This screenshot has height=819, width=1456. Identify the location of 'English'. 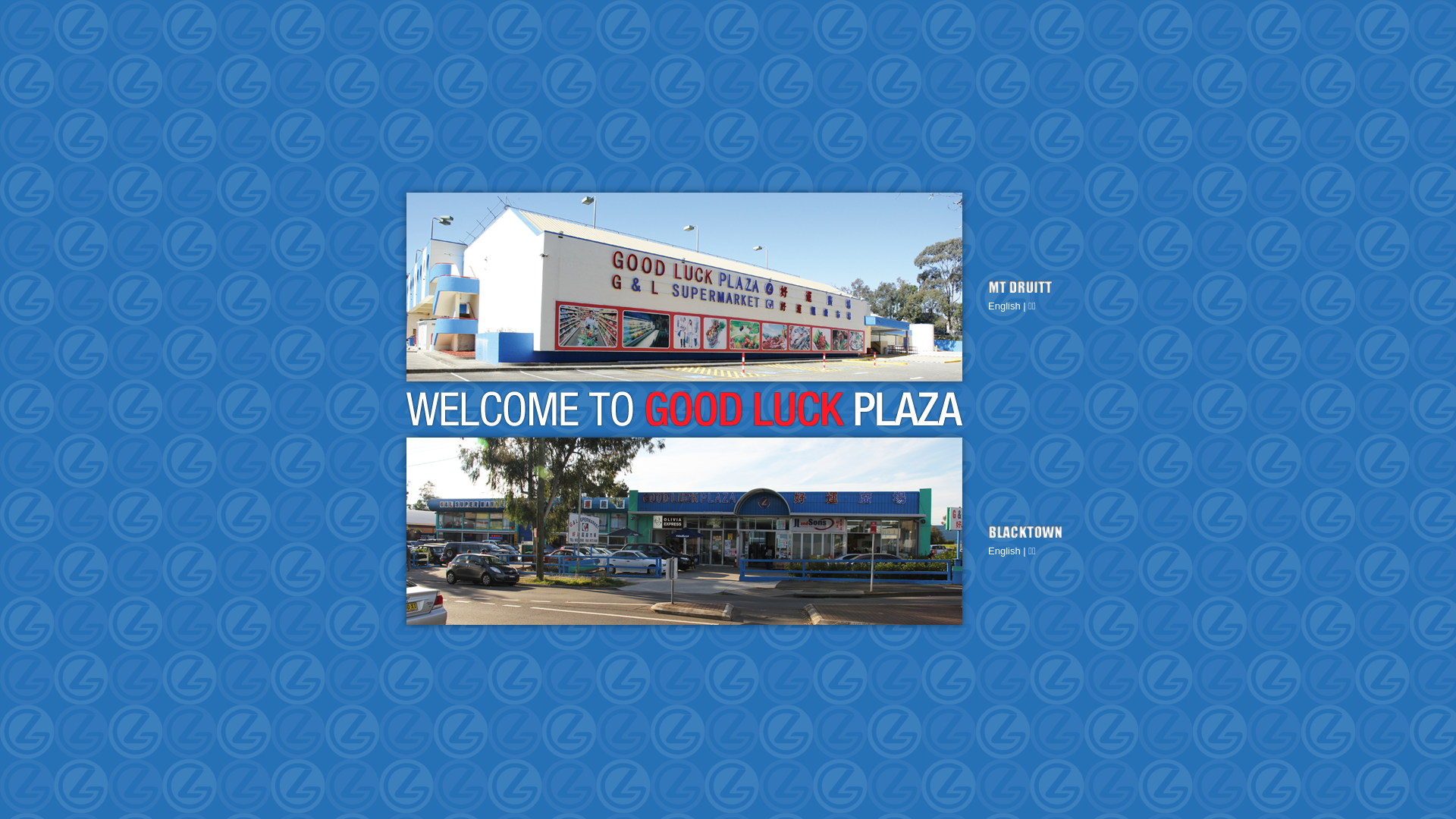
(1004, 551).